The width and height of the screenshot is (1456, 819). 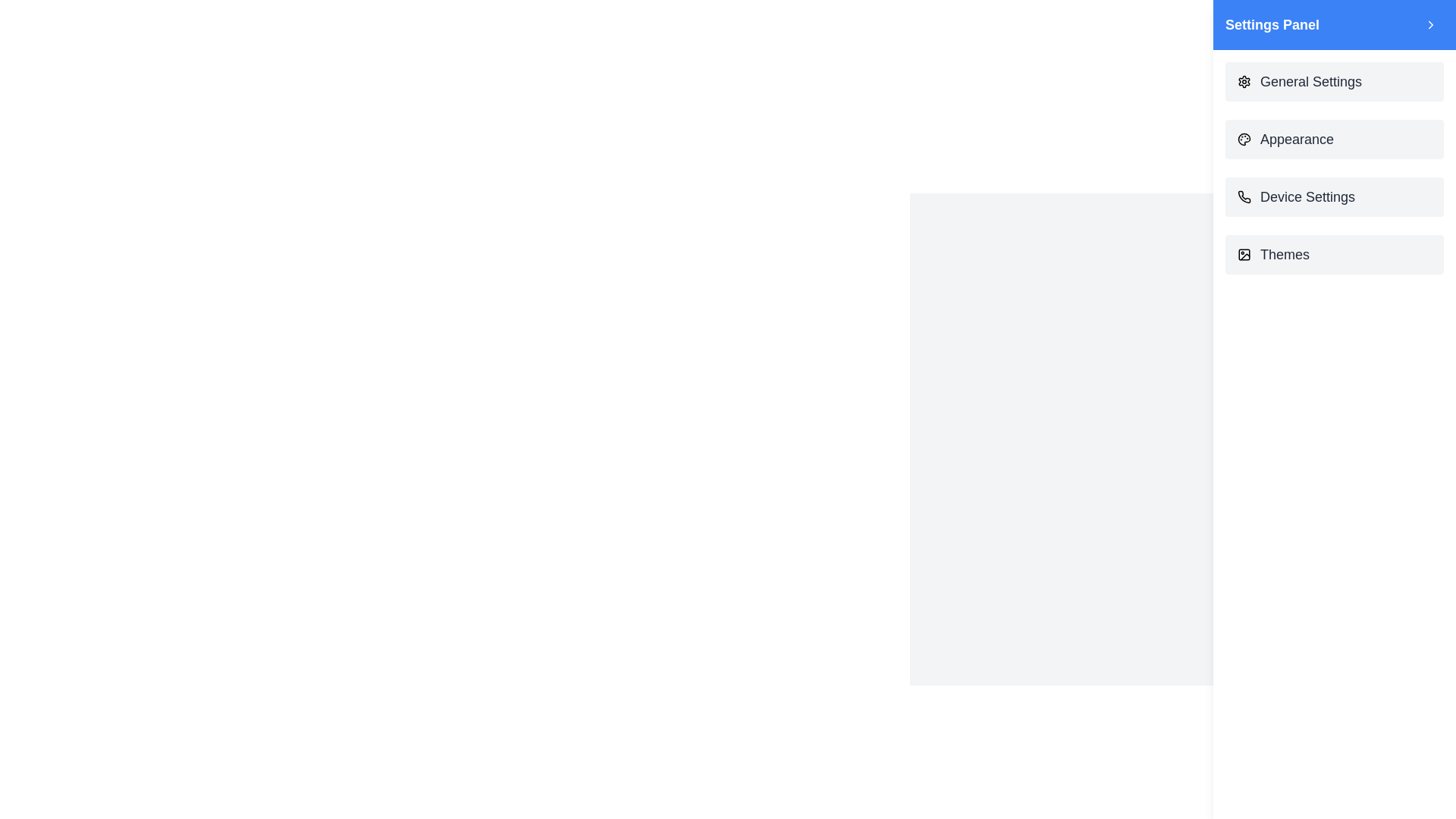 What do you see at coordinates (1244, 140) in the screenshot?
I see `the 'Appearance' settings icon located to the left of the 'Appearance' text label in the settings panel` at bounding box center [1244, 140].